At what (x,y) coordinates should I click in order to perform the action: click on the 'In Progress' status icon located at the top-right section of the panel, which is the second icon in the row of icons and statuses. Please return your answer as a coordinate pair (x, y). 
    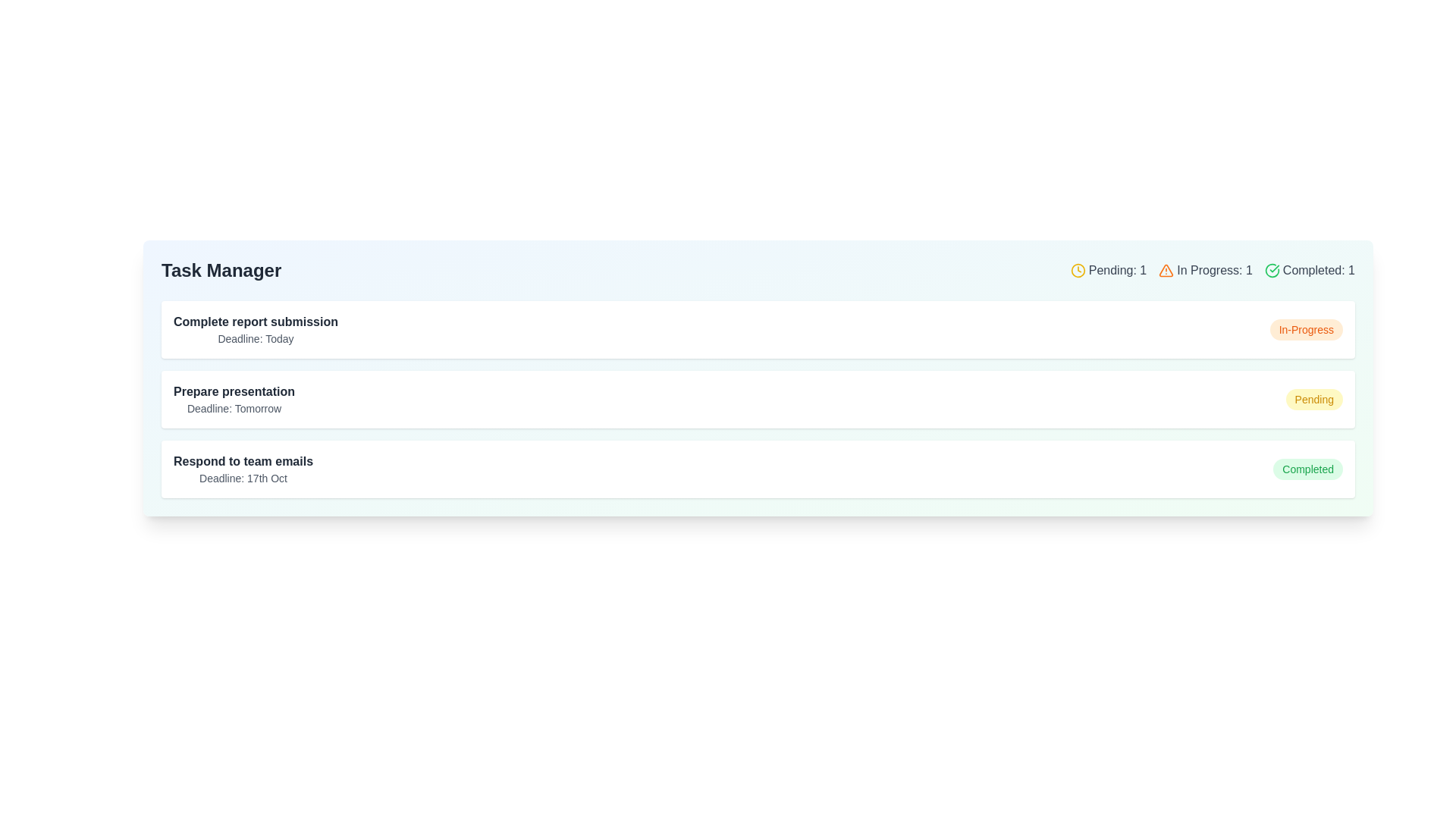
    Looking at the image, I should click on (1166, 269).